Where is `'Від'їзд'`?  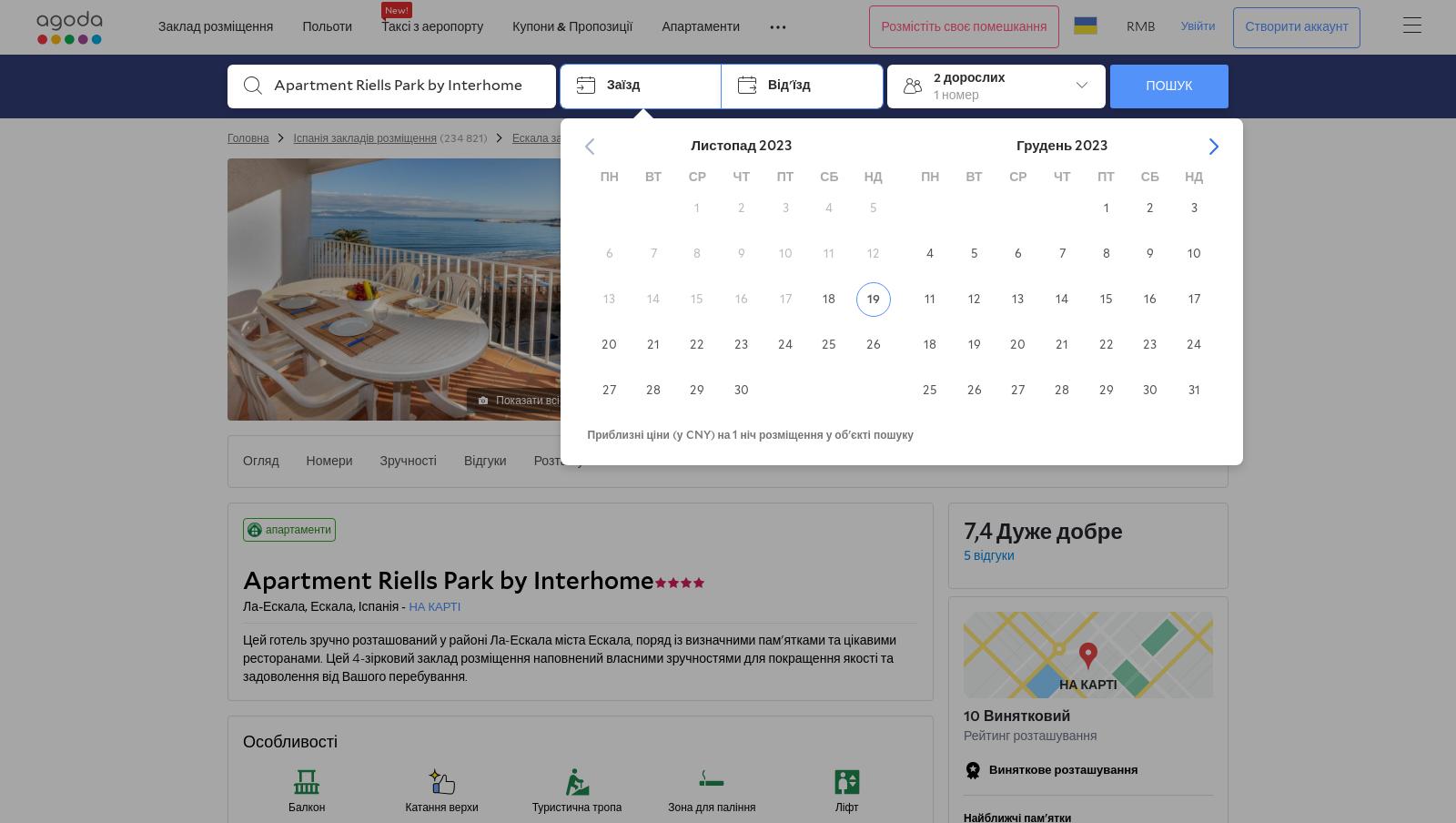 'Від'їзд' is located at coordinates (788, 85).